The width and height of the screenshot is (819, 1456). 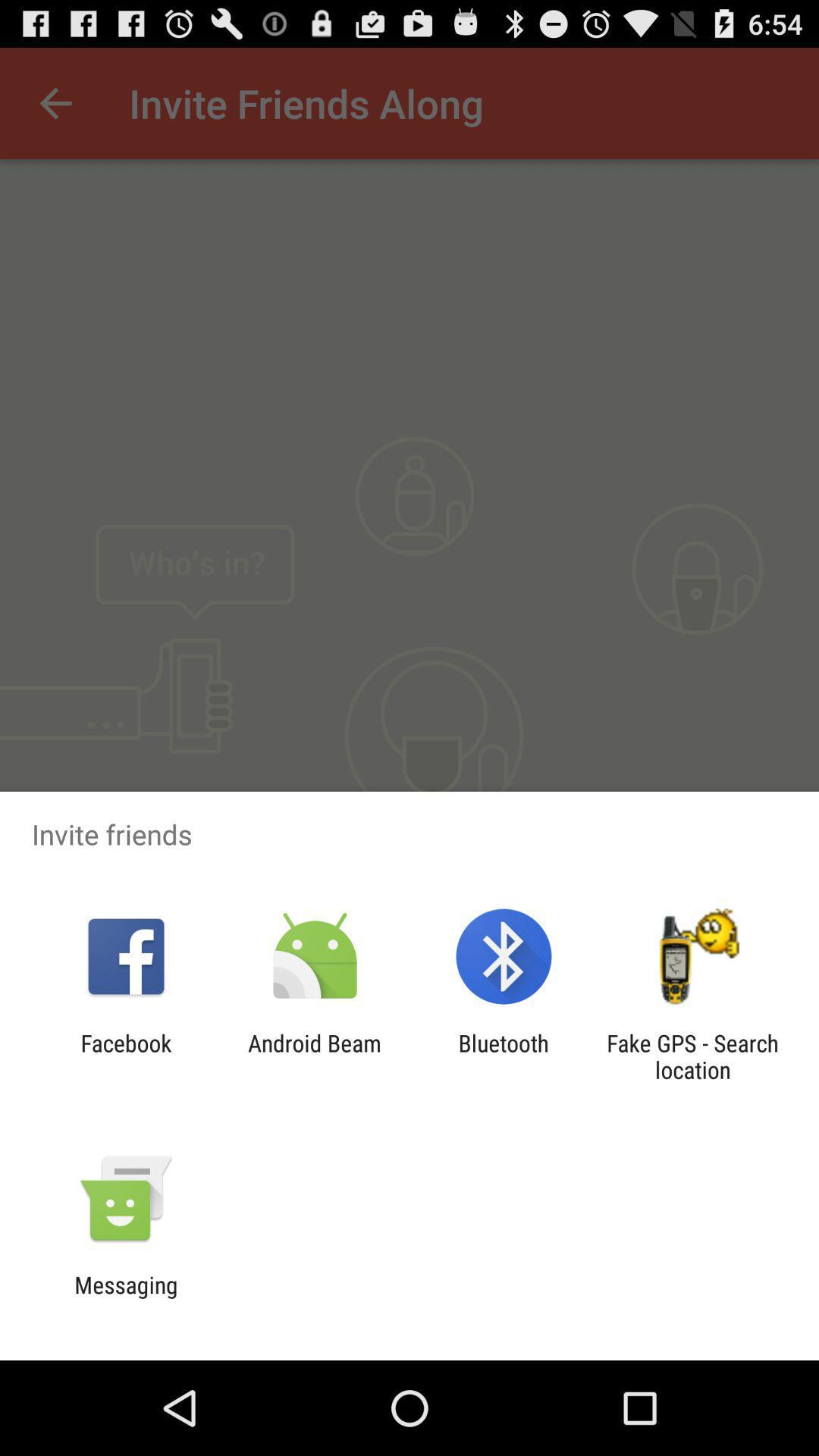 What do you see at coordinates (314, 1056) in the screenshot?
I see `android beam item` at bounding box center [314, 1056].